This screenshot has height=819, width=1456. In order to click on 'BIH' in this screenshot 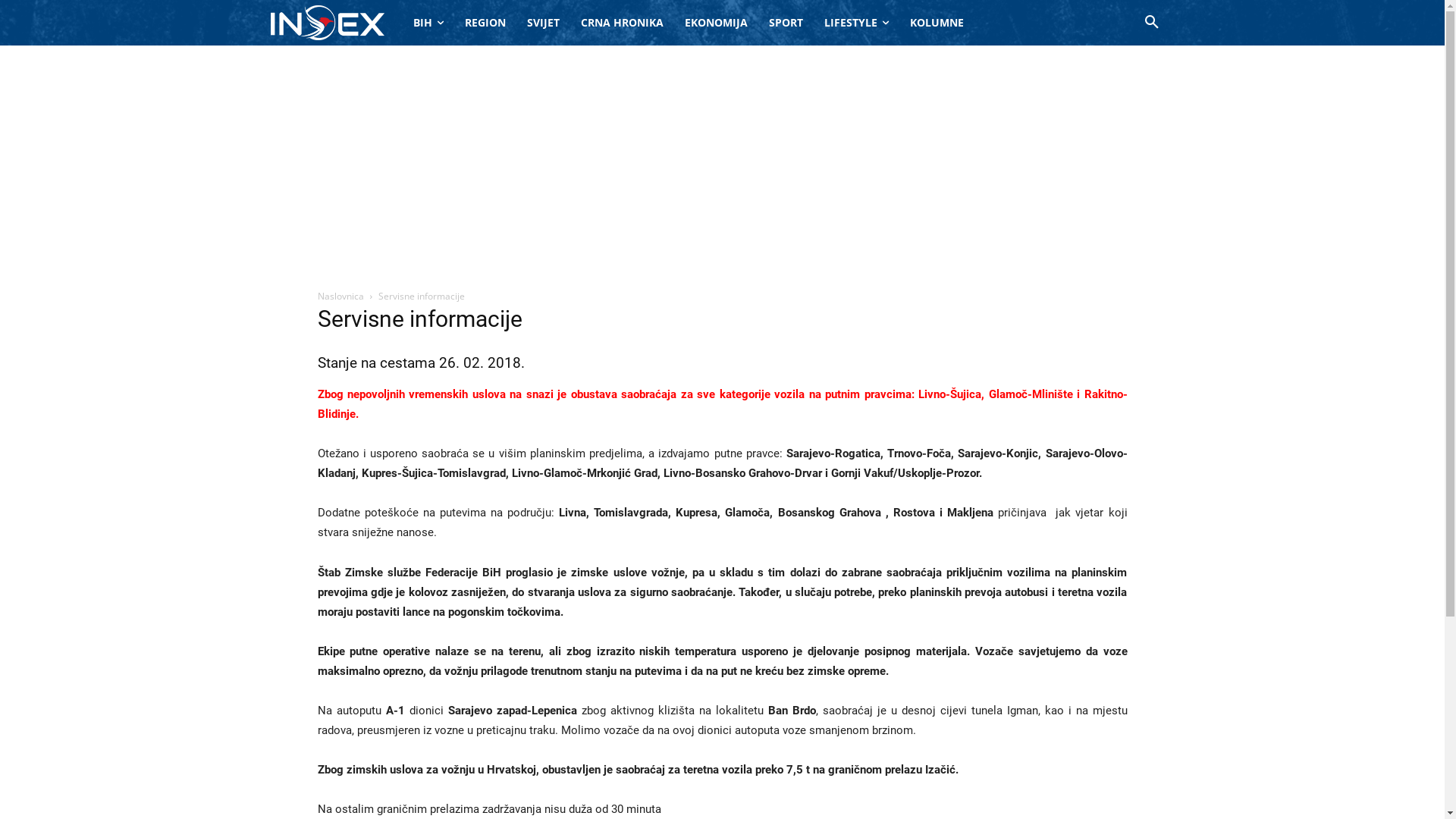, I will do `click(427, 23)`.